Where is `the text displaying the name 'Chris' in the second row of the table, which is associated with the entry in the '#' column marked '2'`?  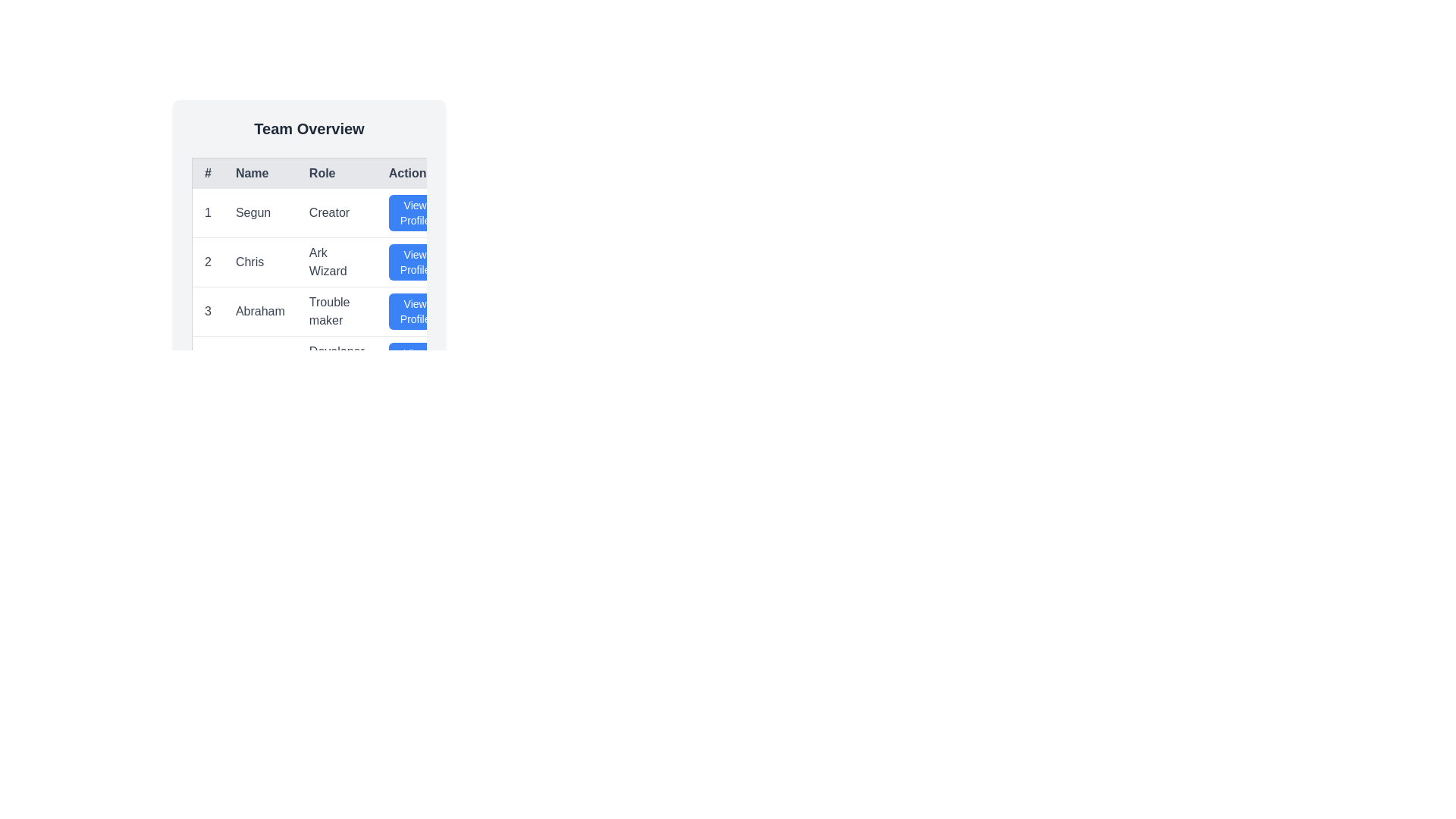 the text displaying the name 'Chris' in the second row of the table, which is associated with the entry in the '#' column marked '2' is located at coordinates (260, 262).